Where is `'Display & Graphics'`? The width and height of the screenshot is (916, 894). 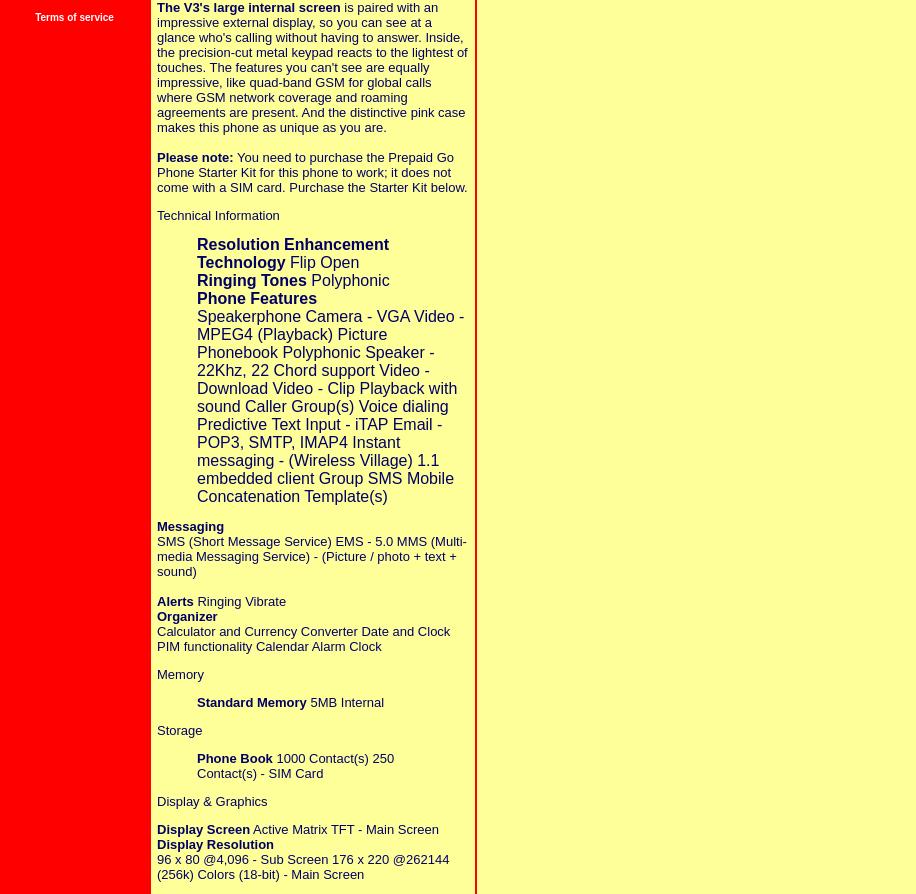
'Display & Graphics' is located at coordinates (210, 799).